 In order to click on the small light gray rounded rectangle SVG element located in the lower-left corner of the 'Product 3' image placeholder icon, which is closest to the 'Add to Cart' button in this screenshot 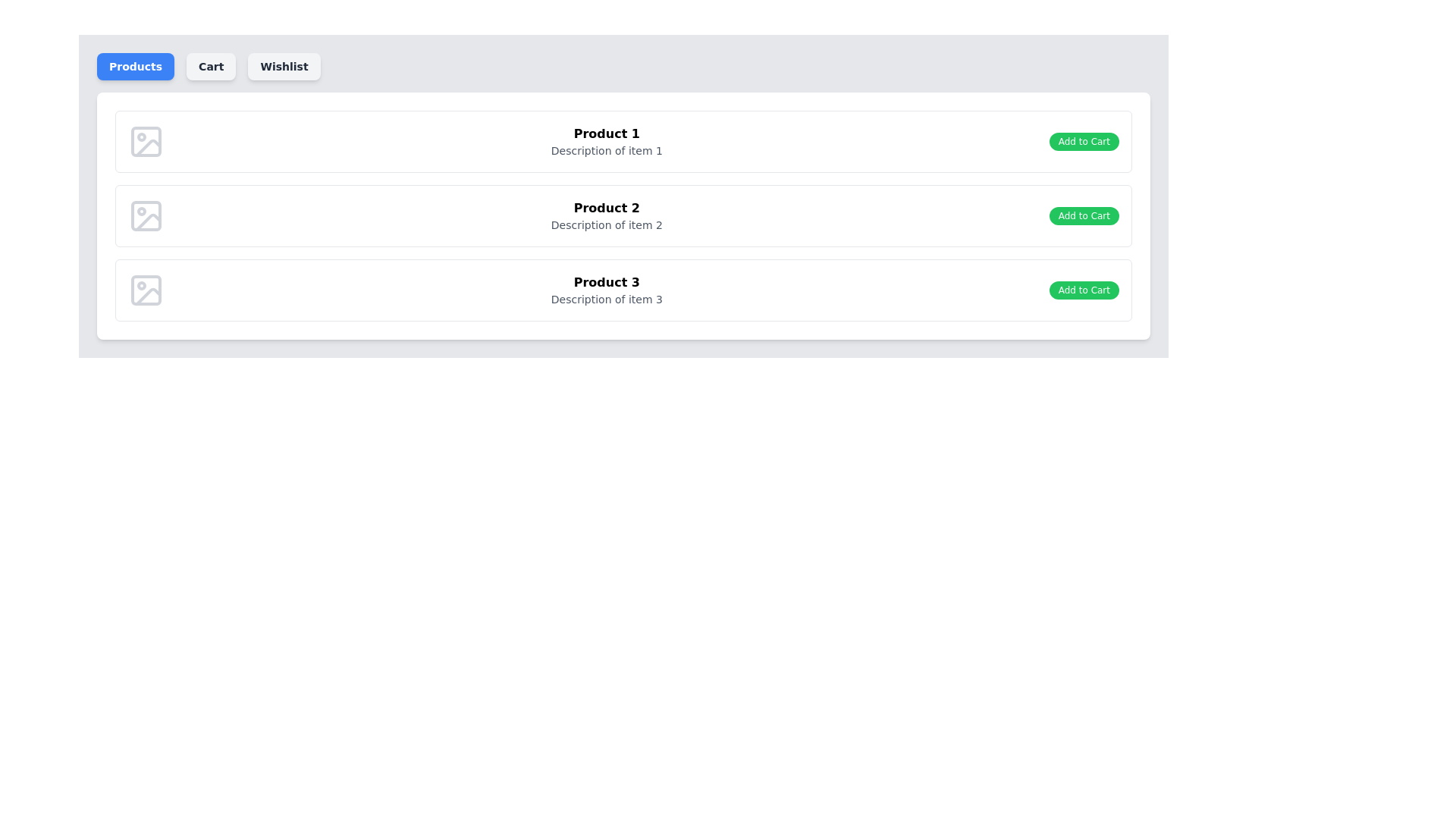, I will do `click(146, 290)`.